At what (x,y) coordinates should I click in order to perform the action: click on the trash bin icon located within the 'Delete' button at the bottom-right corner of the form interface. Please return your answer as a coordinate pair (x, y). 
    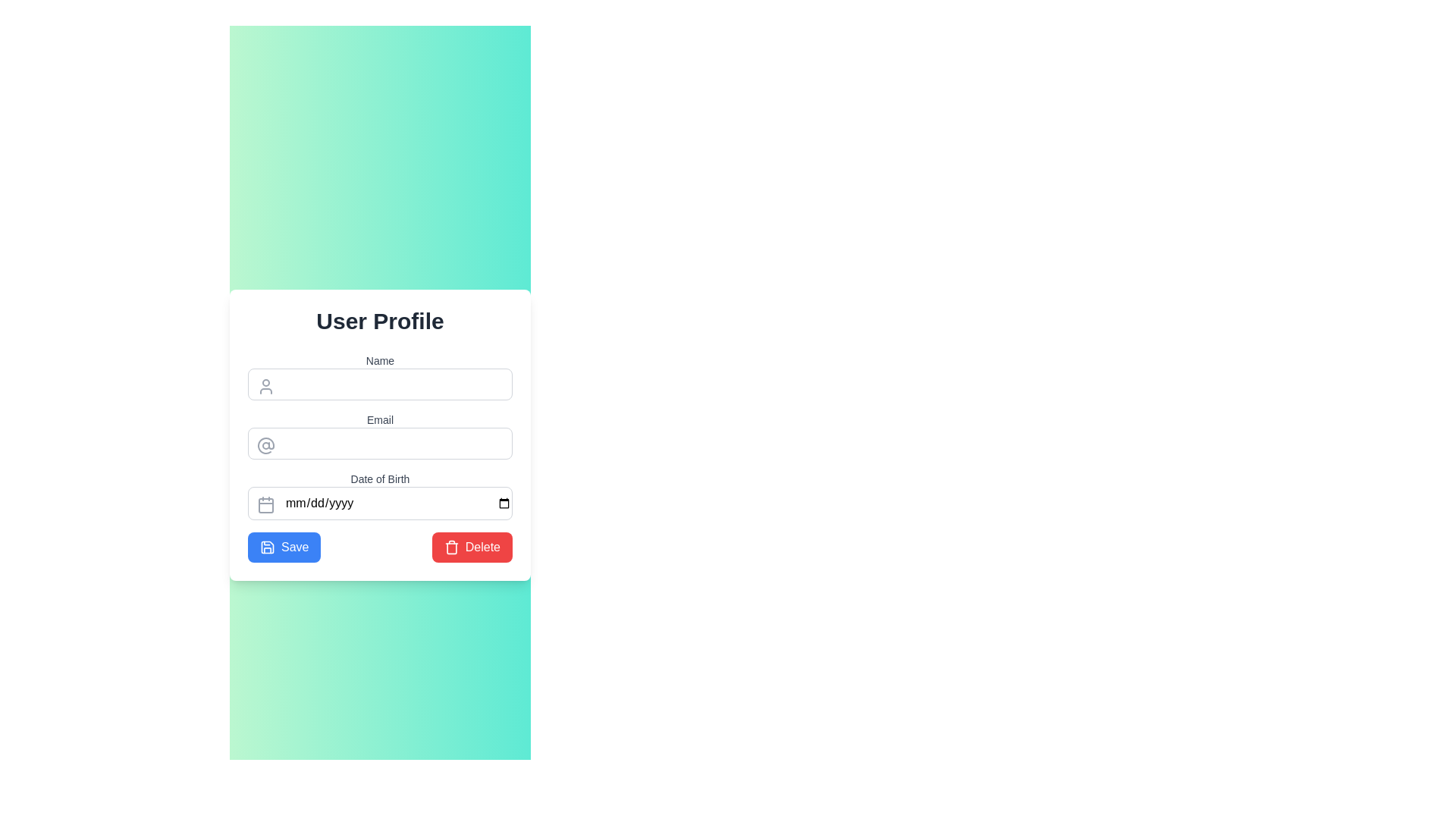
    Looking at the image, I should click on (450, 547).